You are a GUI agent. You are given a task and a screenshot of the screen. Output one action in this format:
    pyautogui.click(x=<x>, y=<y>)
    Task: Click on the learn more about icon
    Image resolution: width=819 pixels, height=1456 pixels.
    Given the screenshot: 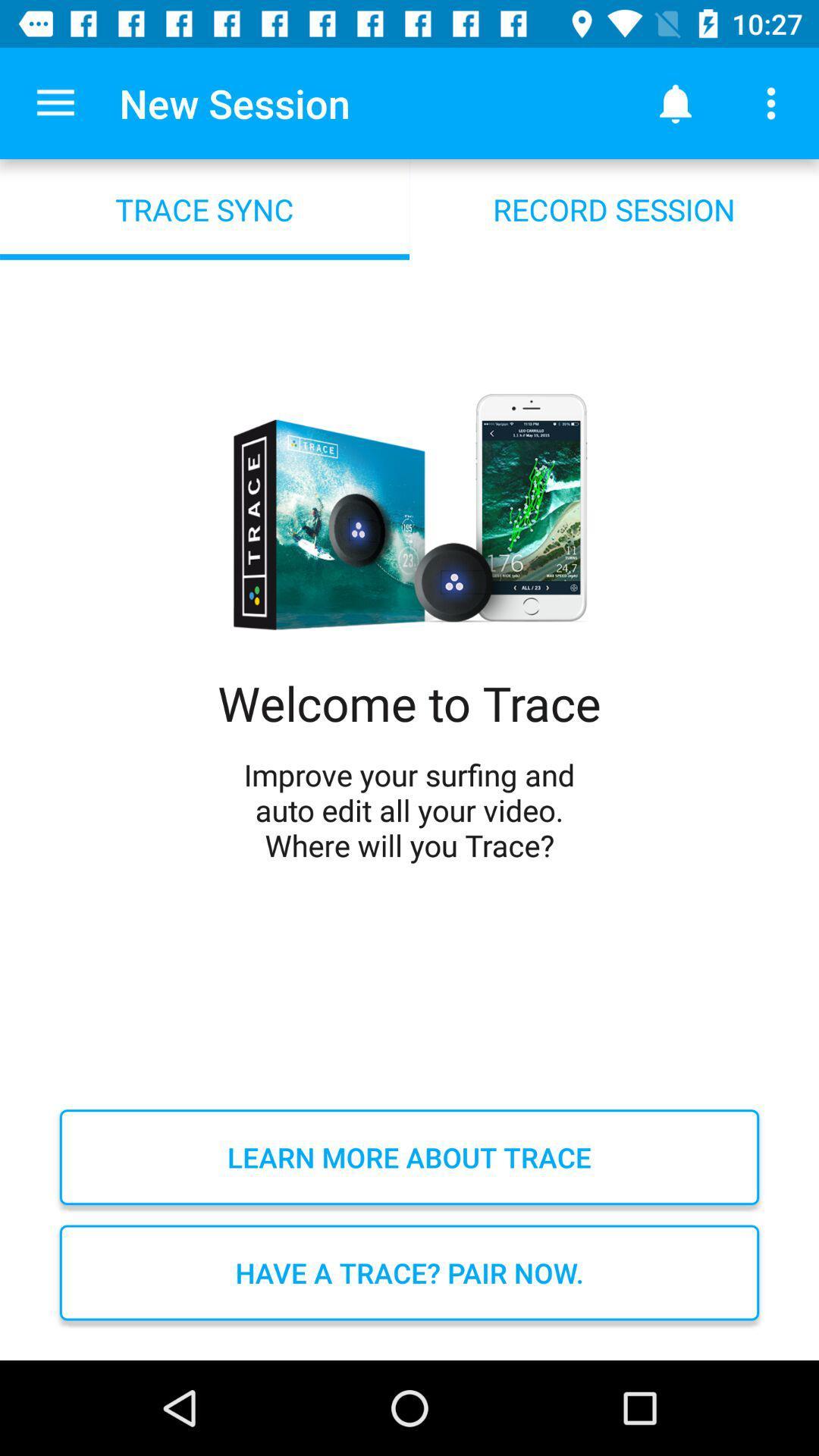 What is the action you would take?
    pyautogui.click(x=409, y=1156)
    